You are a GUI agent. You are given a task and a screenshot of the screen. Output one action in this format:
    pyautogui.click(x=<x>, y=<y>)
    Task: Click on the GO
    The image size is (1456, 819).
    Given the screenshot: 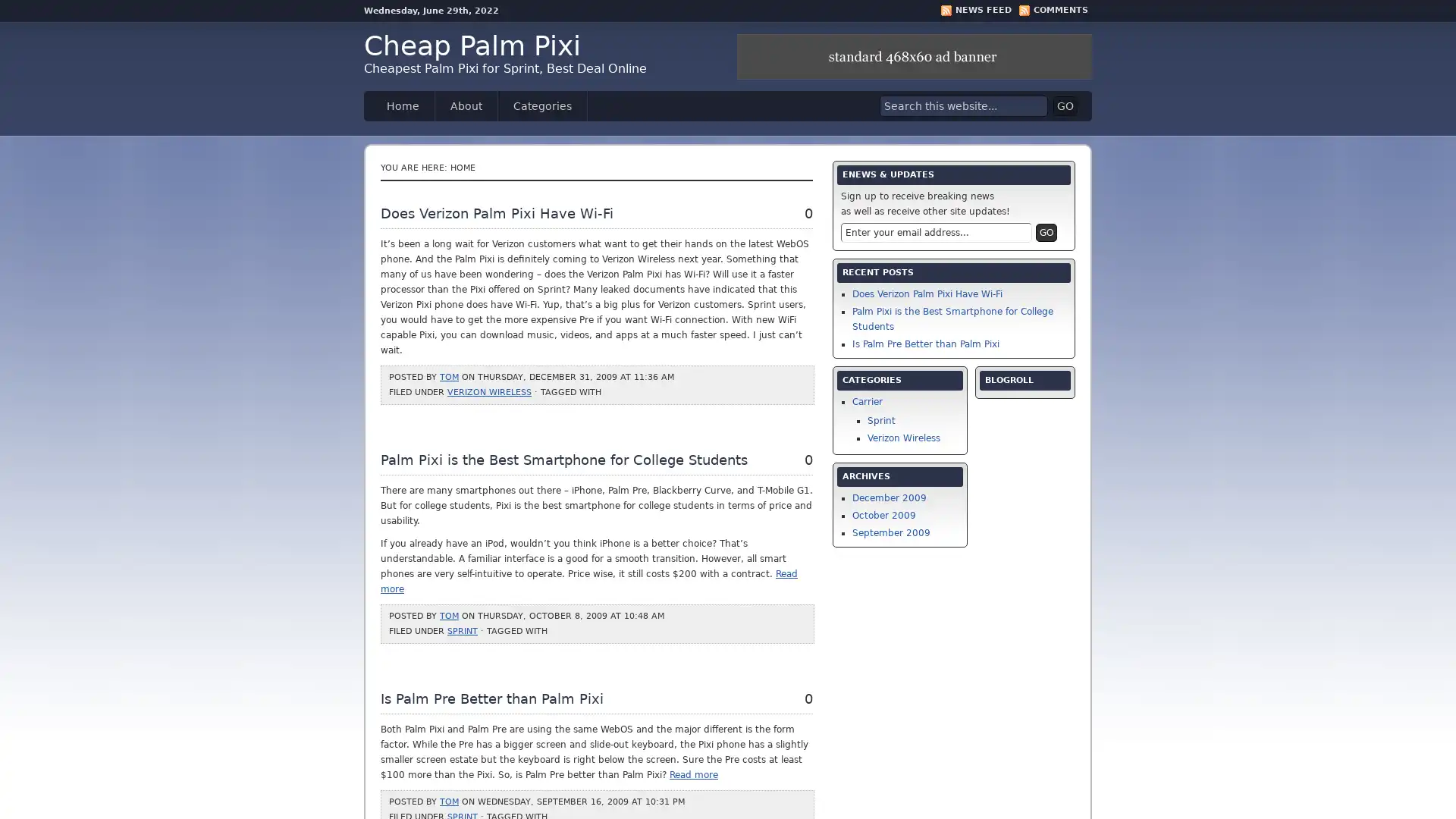 What is the action you would take?
    pyautogui.click(x=1065, y=105)
    